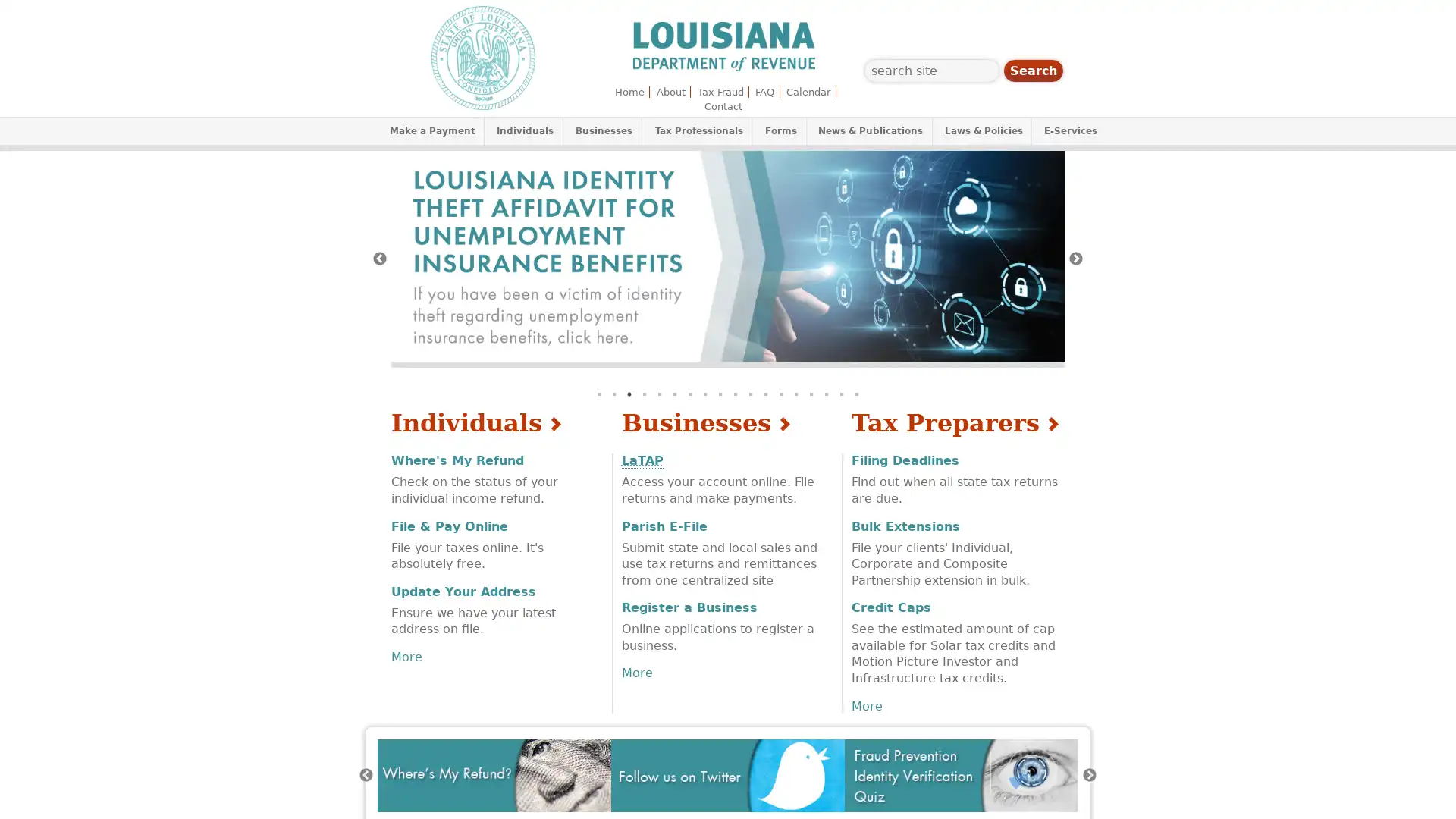 The width and height of the screenshot is (1456, 819). What do you see at coordinates (720, 394) in the screenshot?
I see `9` at bounding box center [720, 394].